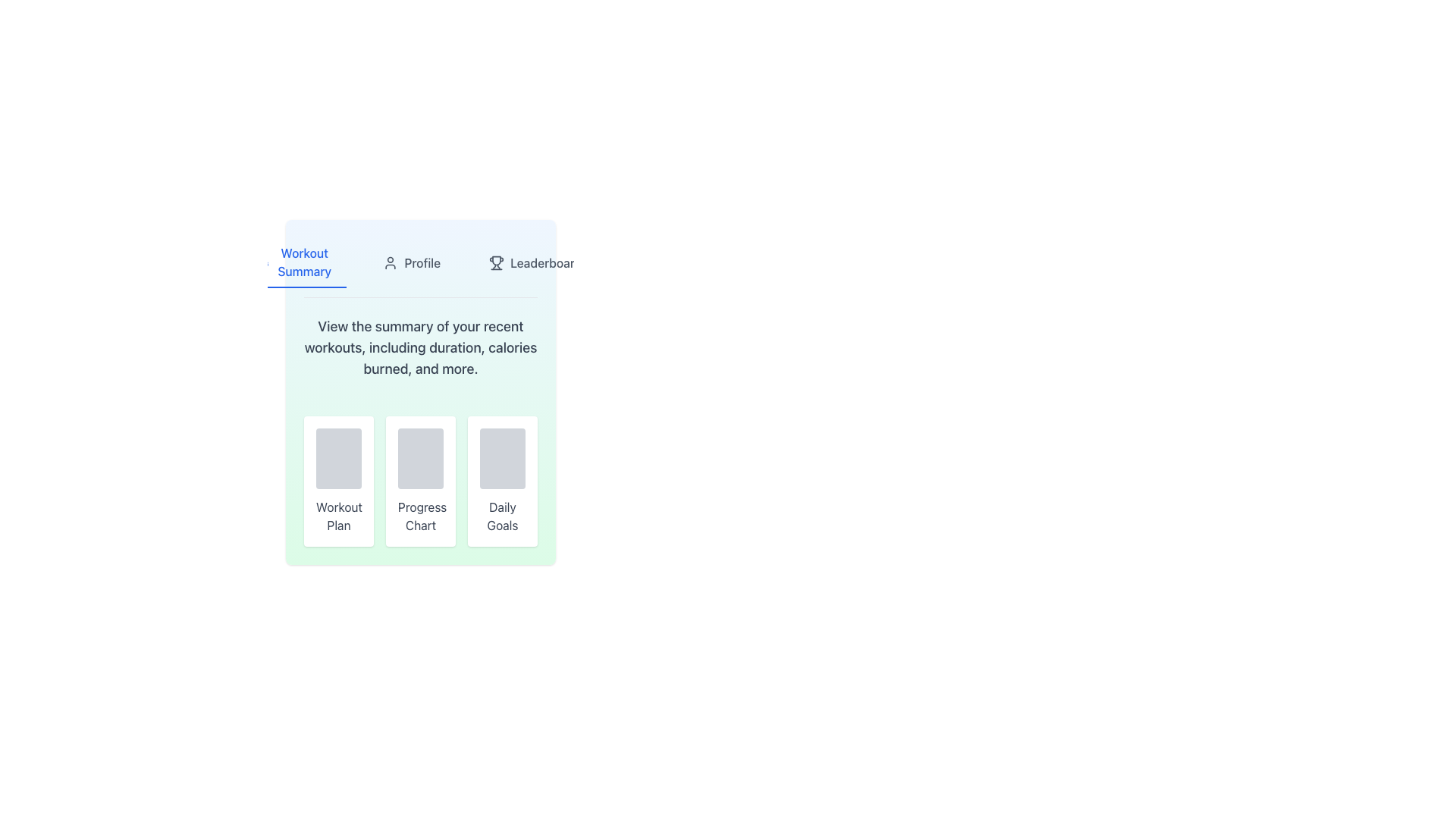  What do you see at coordinates (502, 482) in the screenshot?
I see `the 'Daily Goals' card located at the rightmost position of the card group` at bounding box center [502, 482].